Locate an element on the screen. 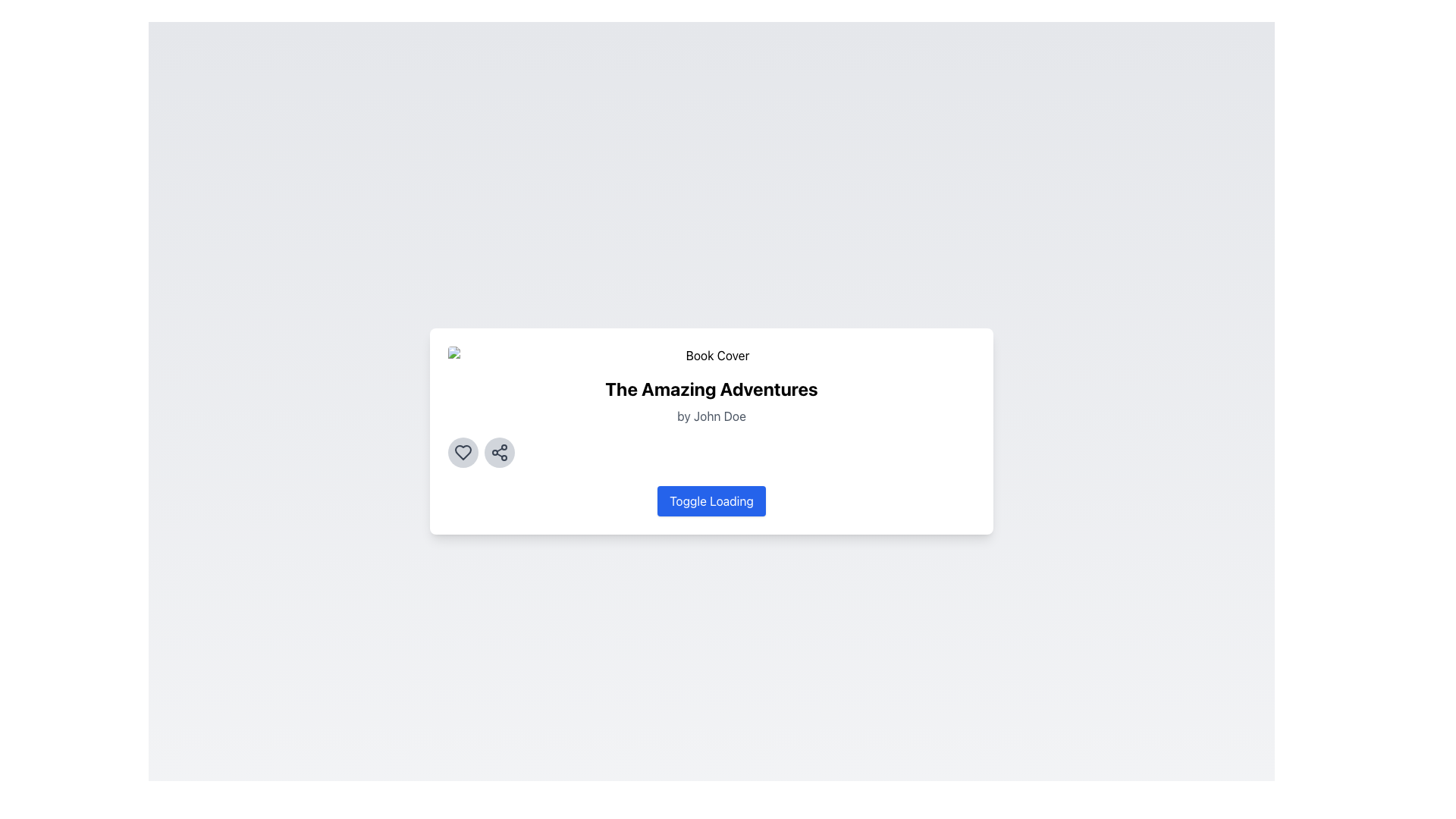  the heart-shaped 'like' icon outlined in dark gray, located as the leftmost element in the row of buttons below the title 'The Amazing Adventures' is located at coordinates (463, 452).